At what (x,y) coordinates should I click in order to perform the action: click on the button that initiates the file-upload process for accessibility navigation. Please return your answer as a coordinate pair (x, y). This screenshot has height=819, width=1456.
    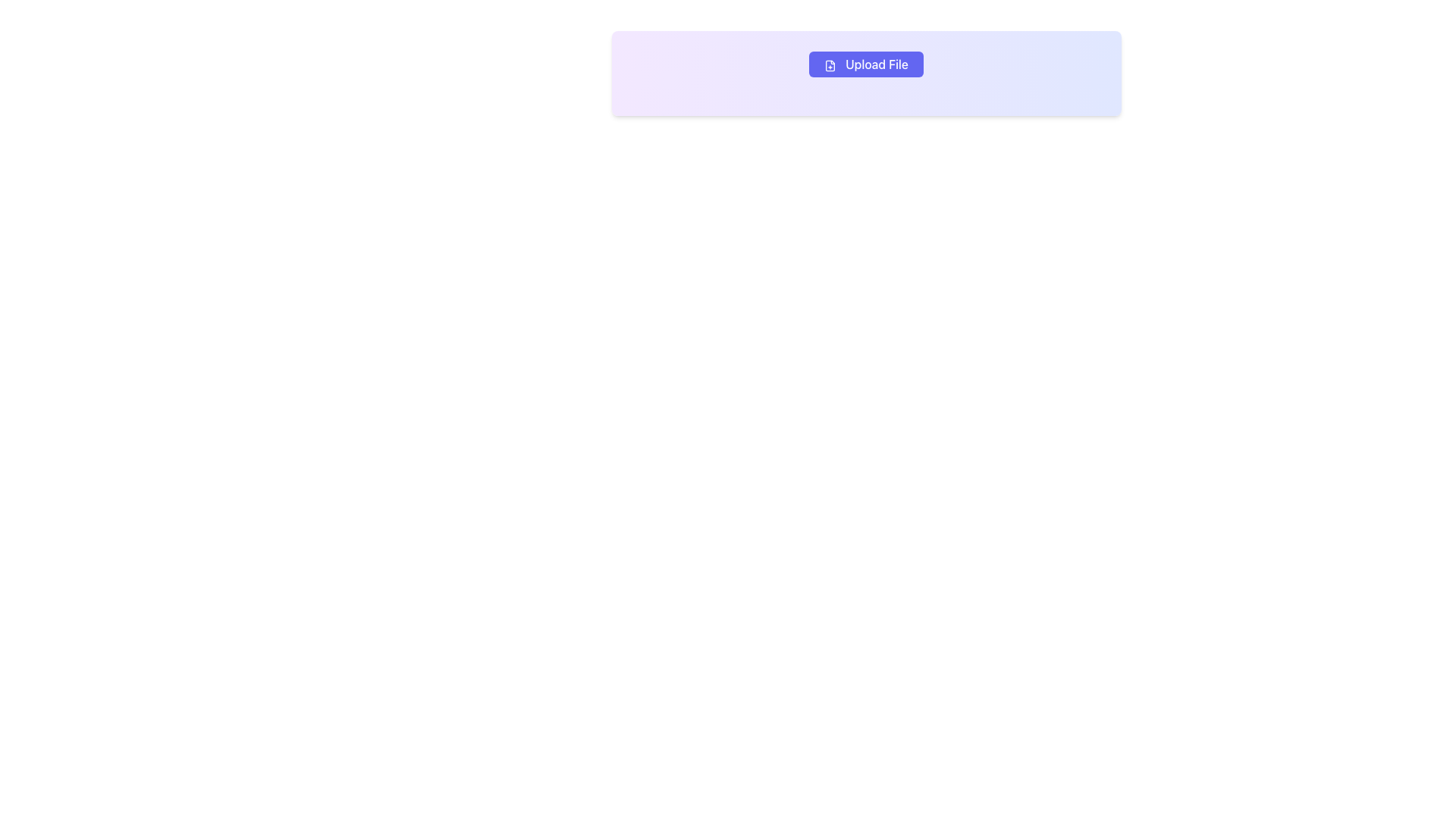
    Looking at the image, I should click on (866, 73).